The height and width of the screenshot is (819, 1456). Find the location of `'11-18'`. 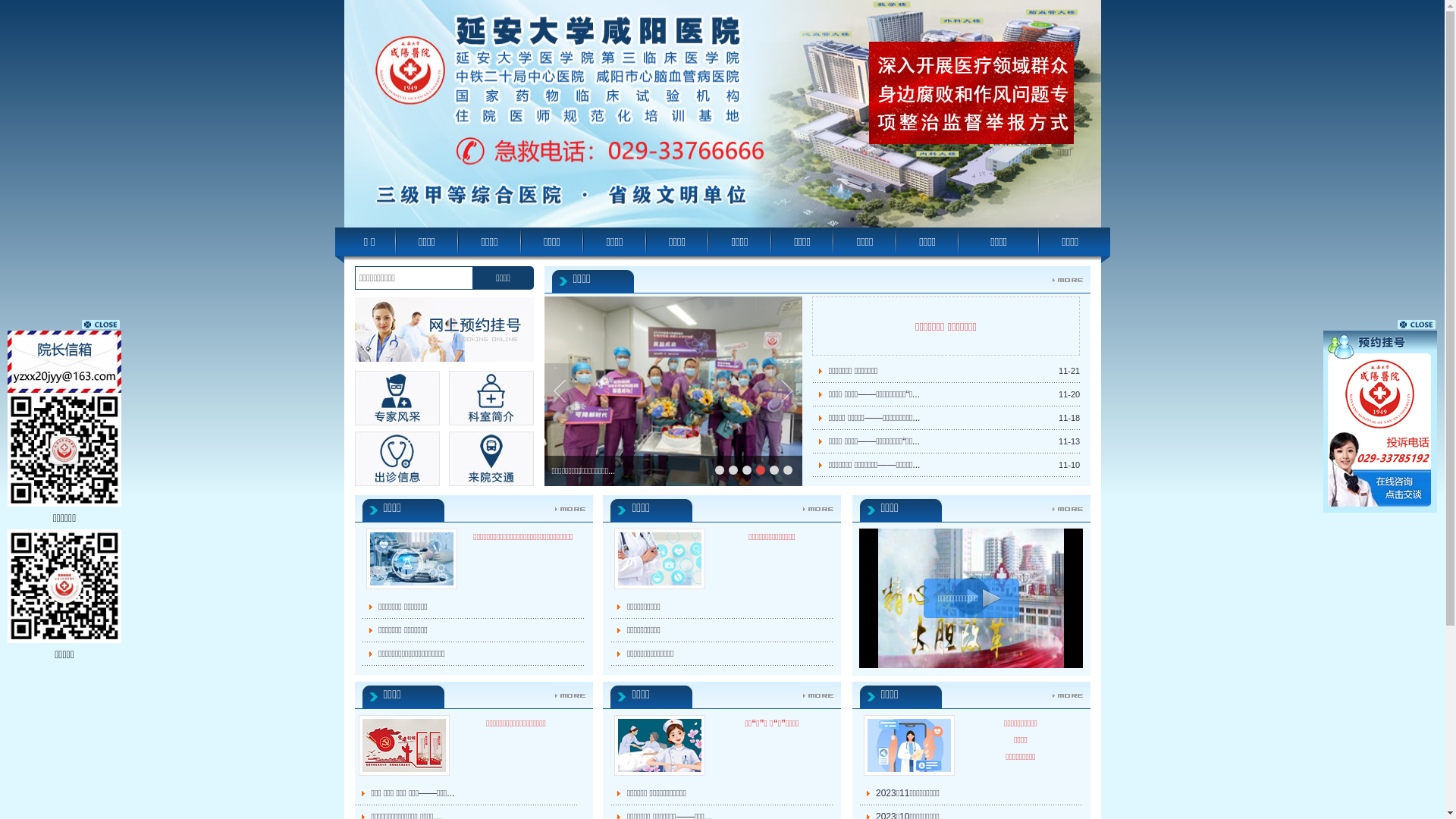

'11-18' is located at coordinates (1068, 418).